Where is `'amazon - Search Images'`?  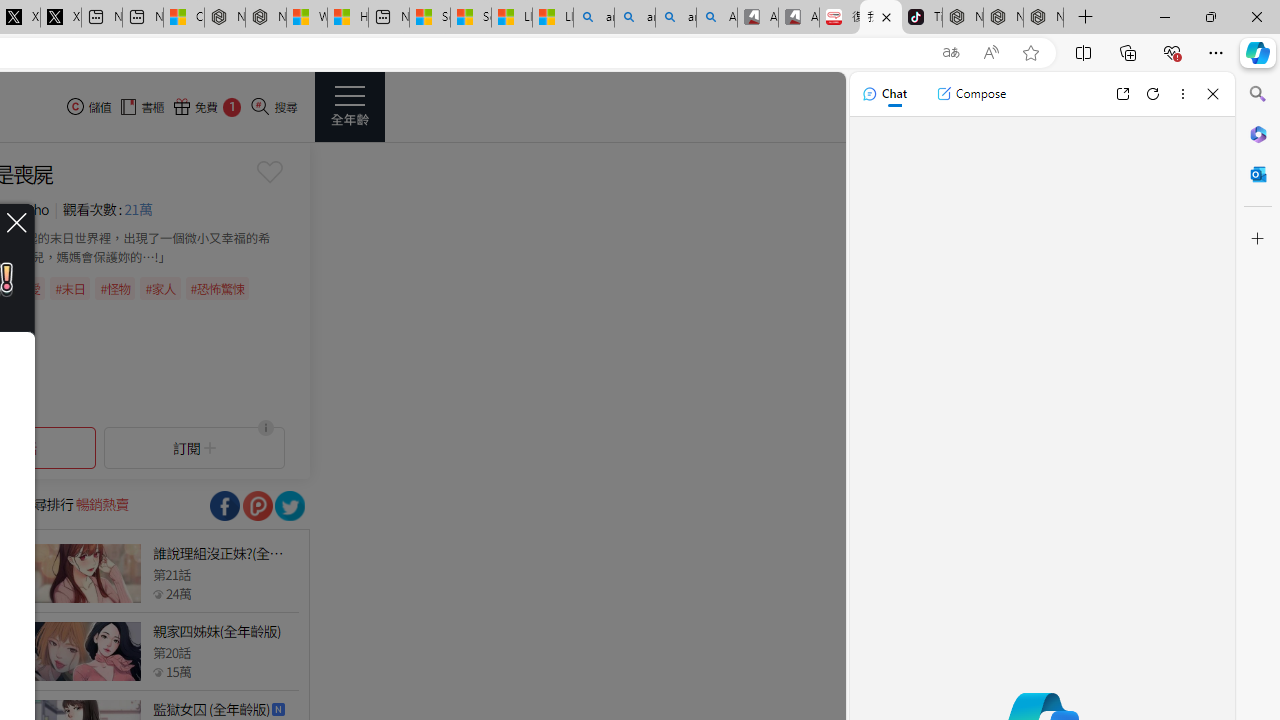
'amazon - Search Images' is located at coordinates (675, 17).